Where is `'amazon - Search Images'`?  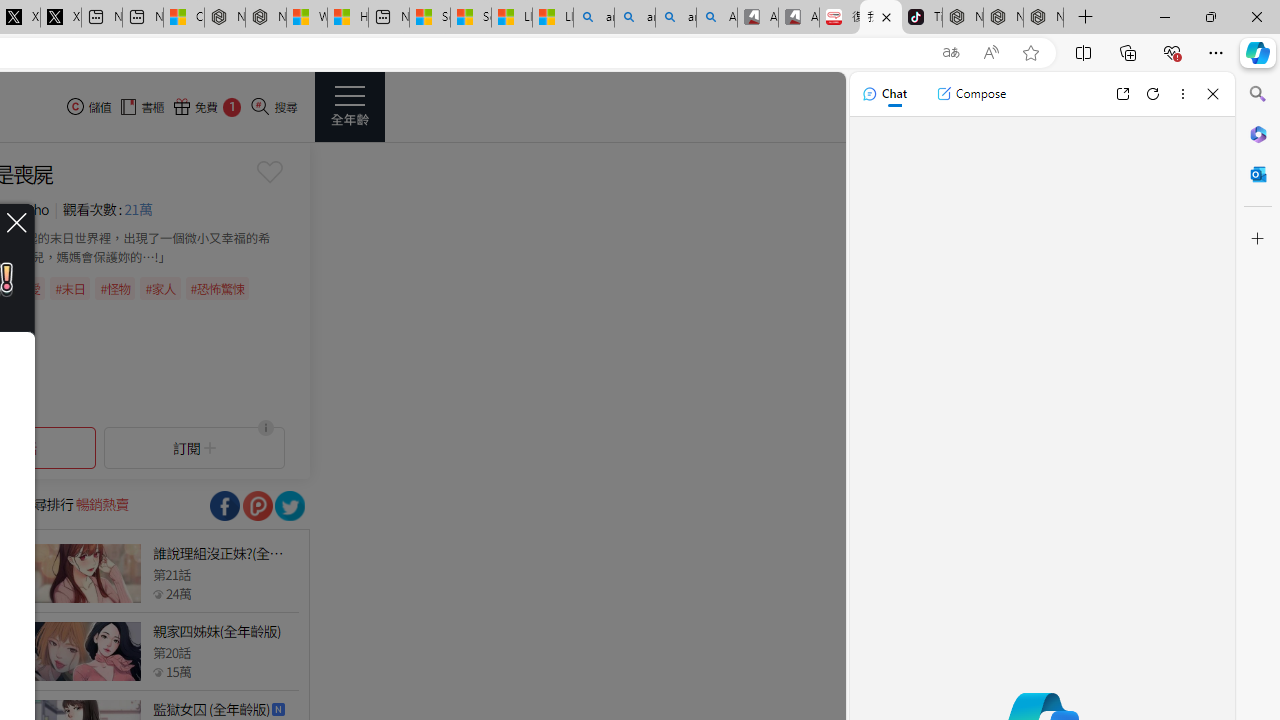
'amazon - Search Images' is located at coordinates (675, 17).